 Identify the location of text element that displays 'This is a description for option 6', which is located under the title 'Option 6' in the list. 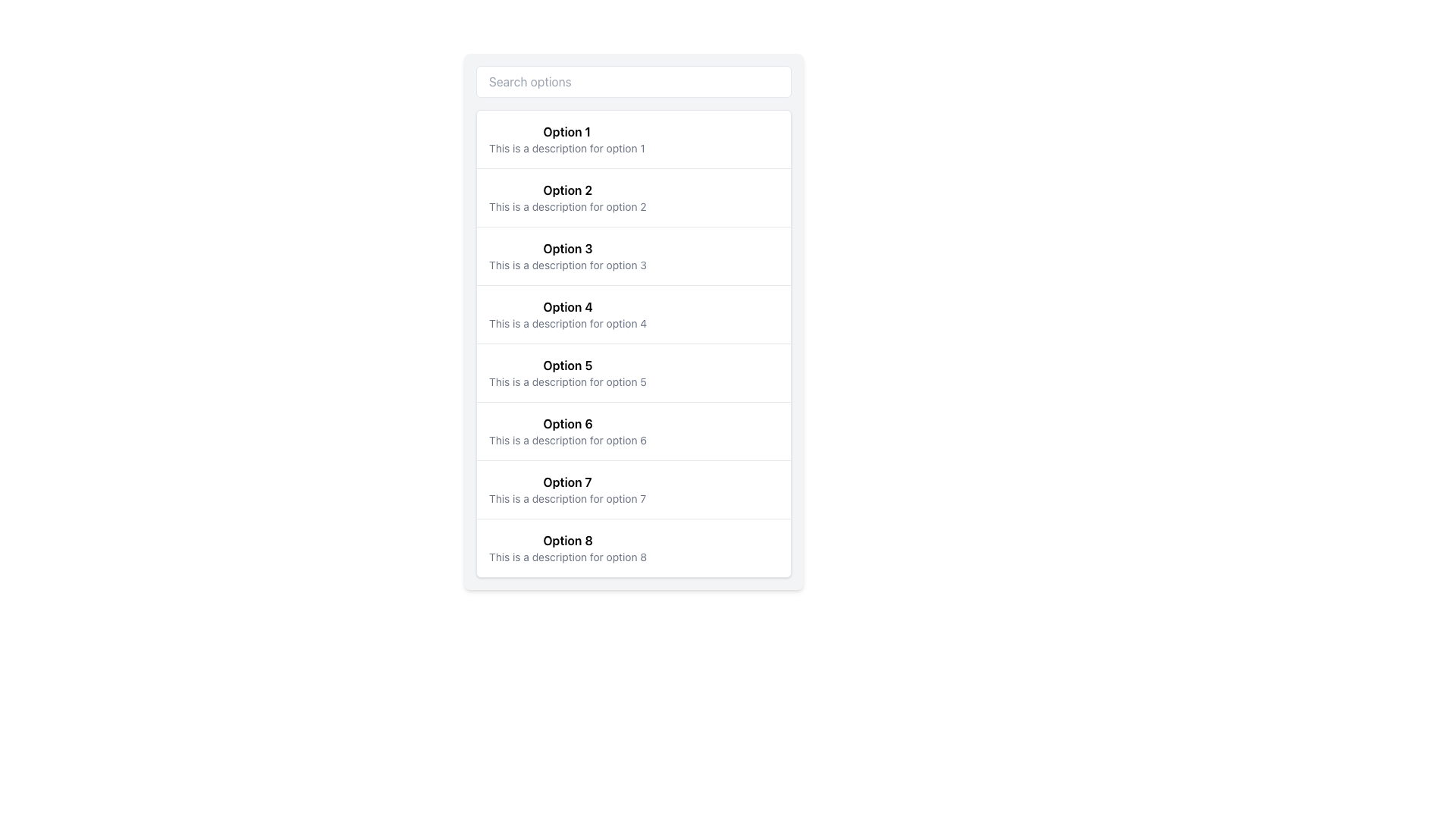
(566, 441).